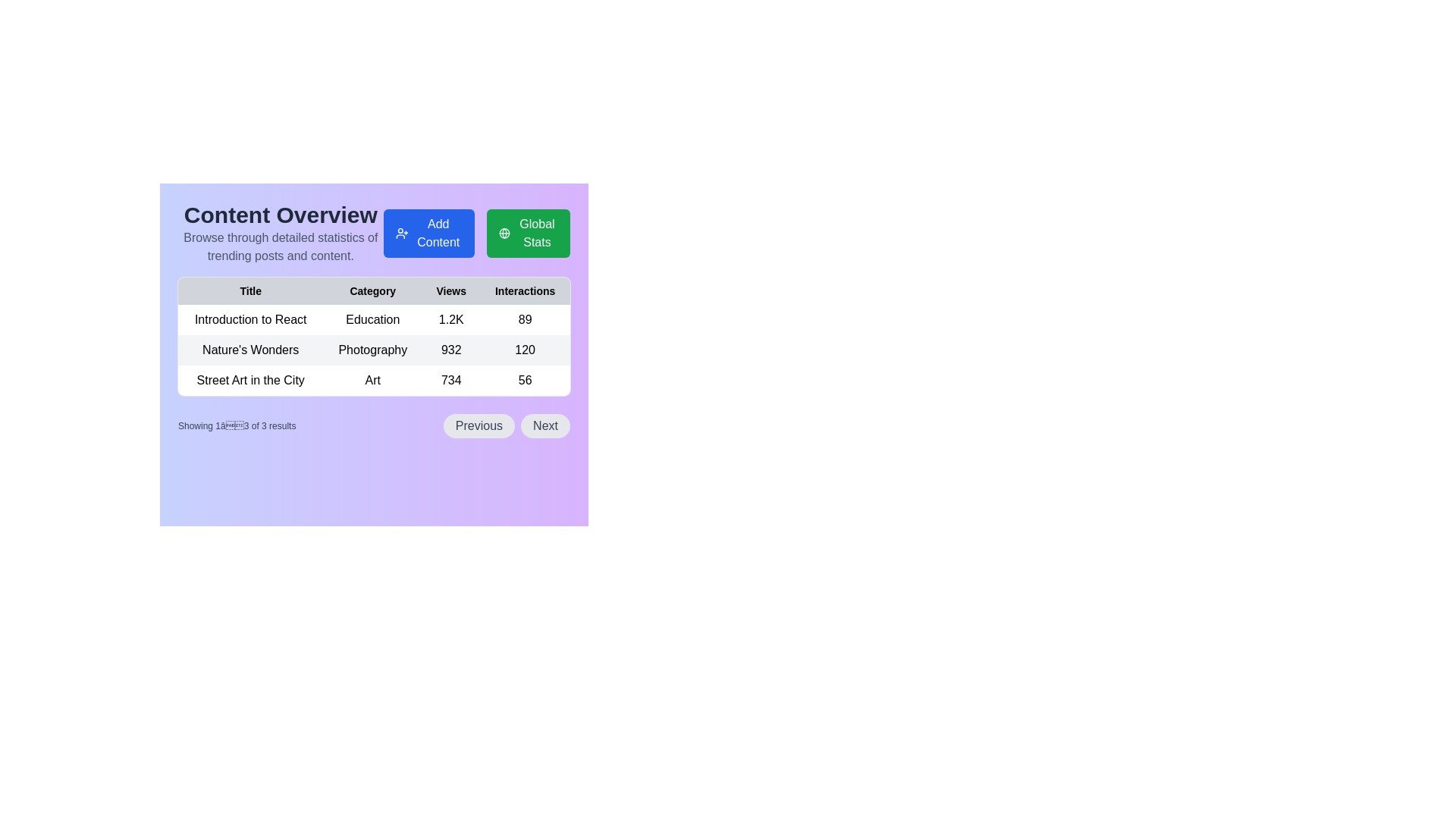 This screenshot has width=1456, height=819. I want to click on the Text Header located at the top-left section of the layout, which serves as the main title indicating the subject matter of the page or section, so click(281, 215).